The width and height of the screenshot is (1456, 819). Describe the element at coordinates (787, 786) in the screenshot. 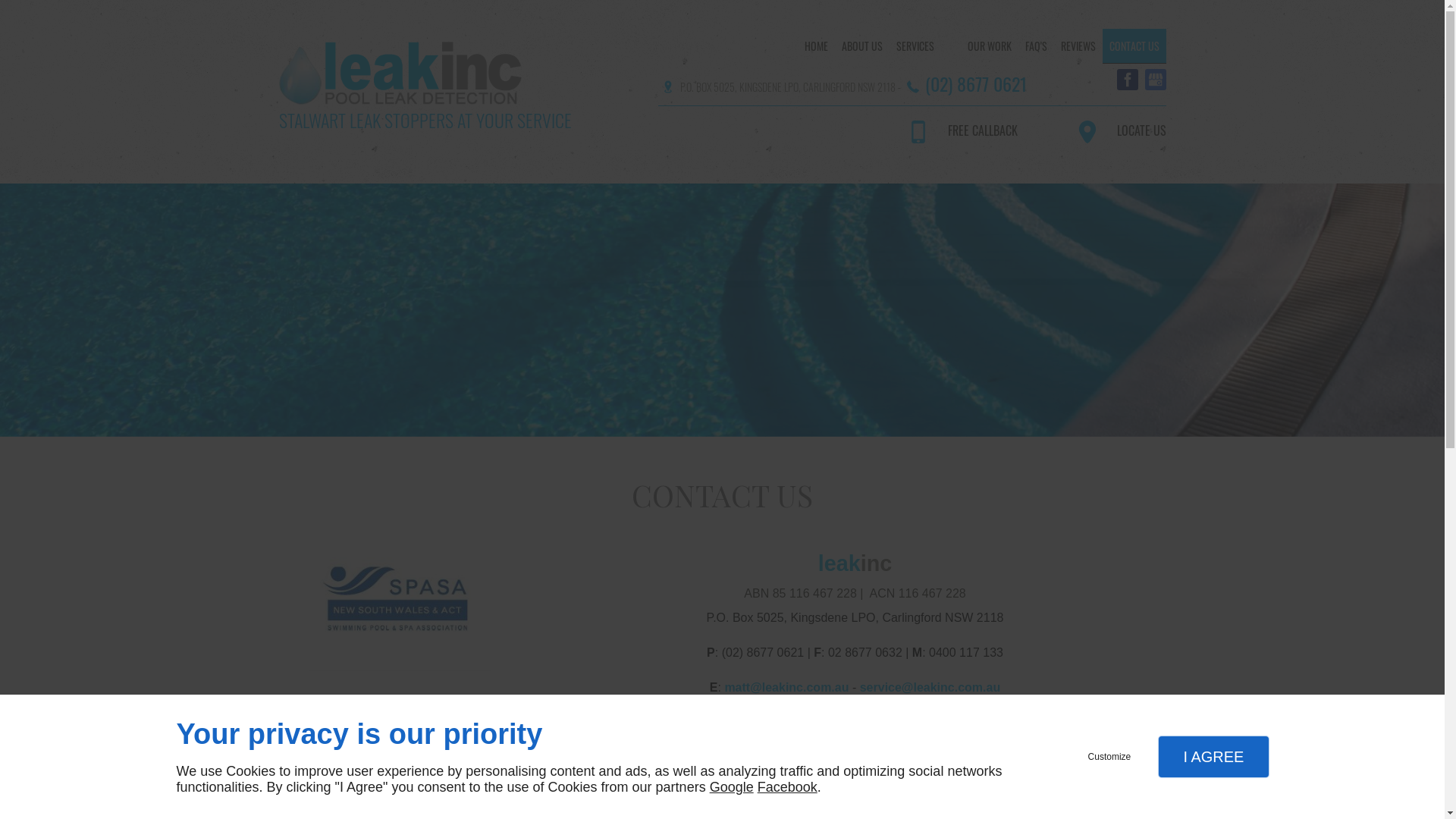

I see `'Facebook'` at that location.